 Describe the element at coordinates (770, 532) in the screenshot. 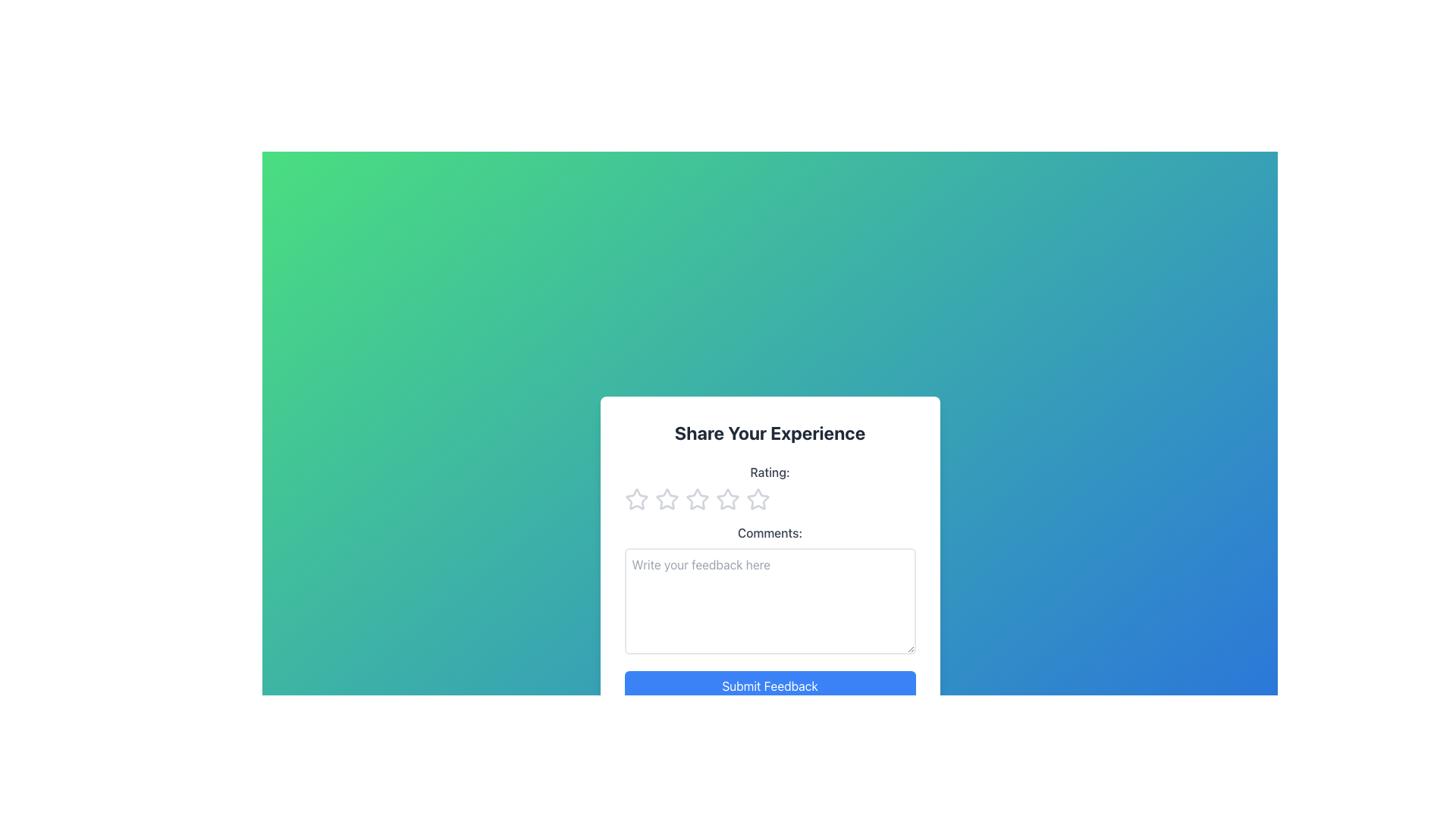

I see `the text label 'Comments:' which is displayed in bold, medium-sized dark gray font, located below the rating stars in the feedback form, serving as a label for the input field beneath it` at that location.